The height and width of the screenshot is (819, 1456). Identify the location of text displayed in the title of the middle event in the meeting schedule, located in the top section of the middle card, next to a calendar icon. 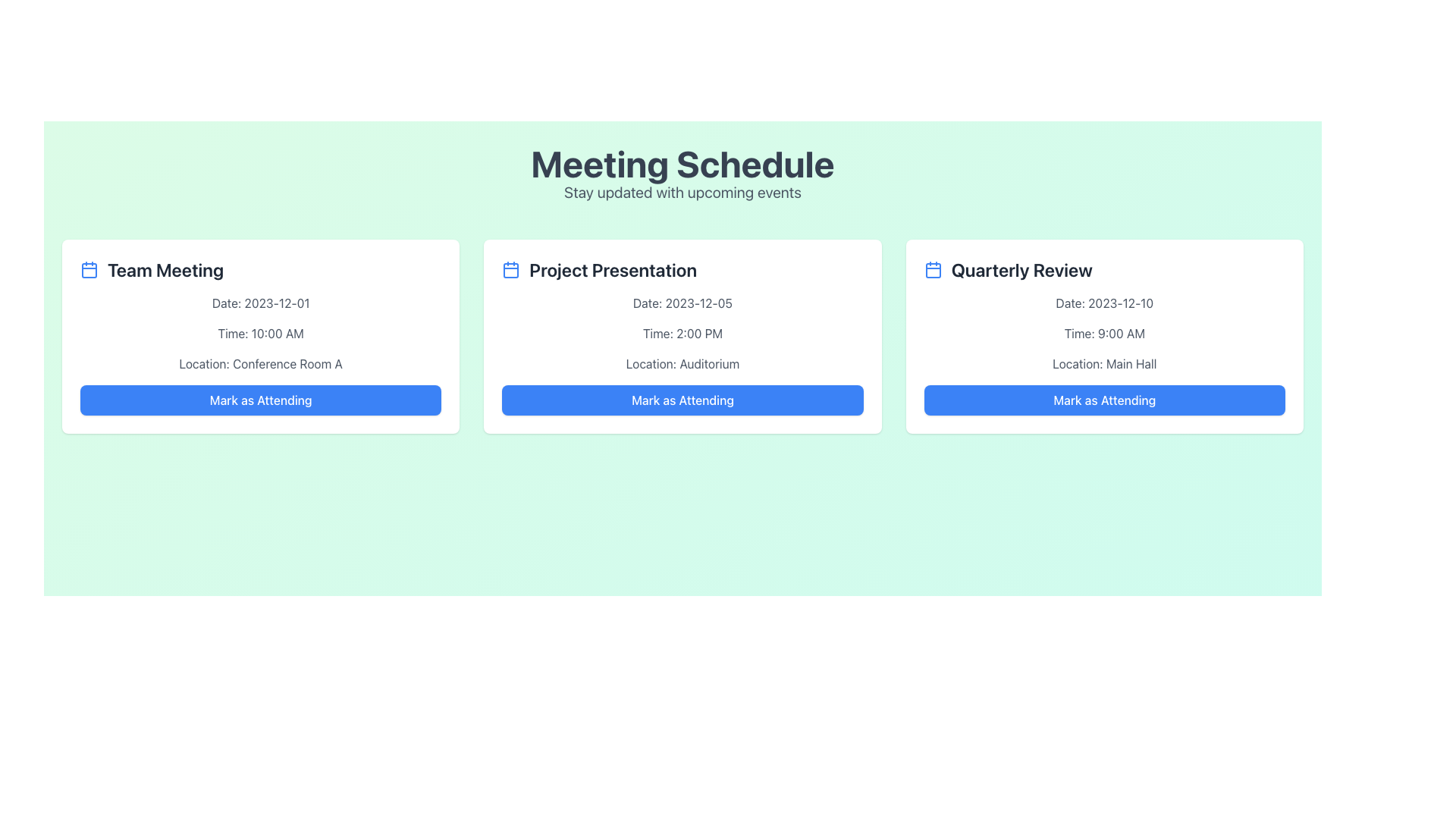
(613, 268).